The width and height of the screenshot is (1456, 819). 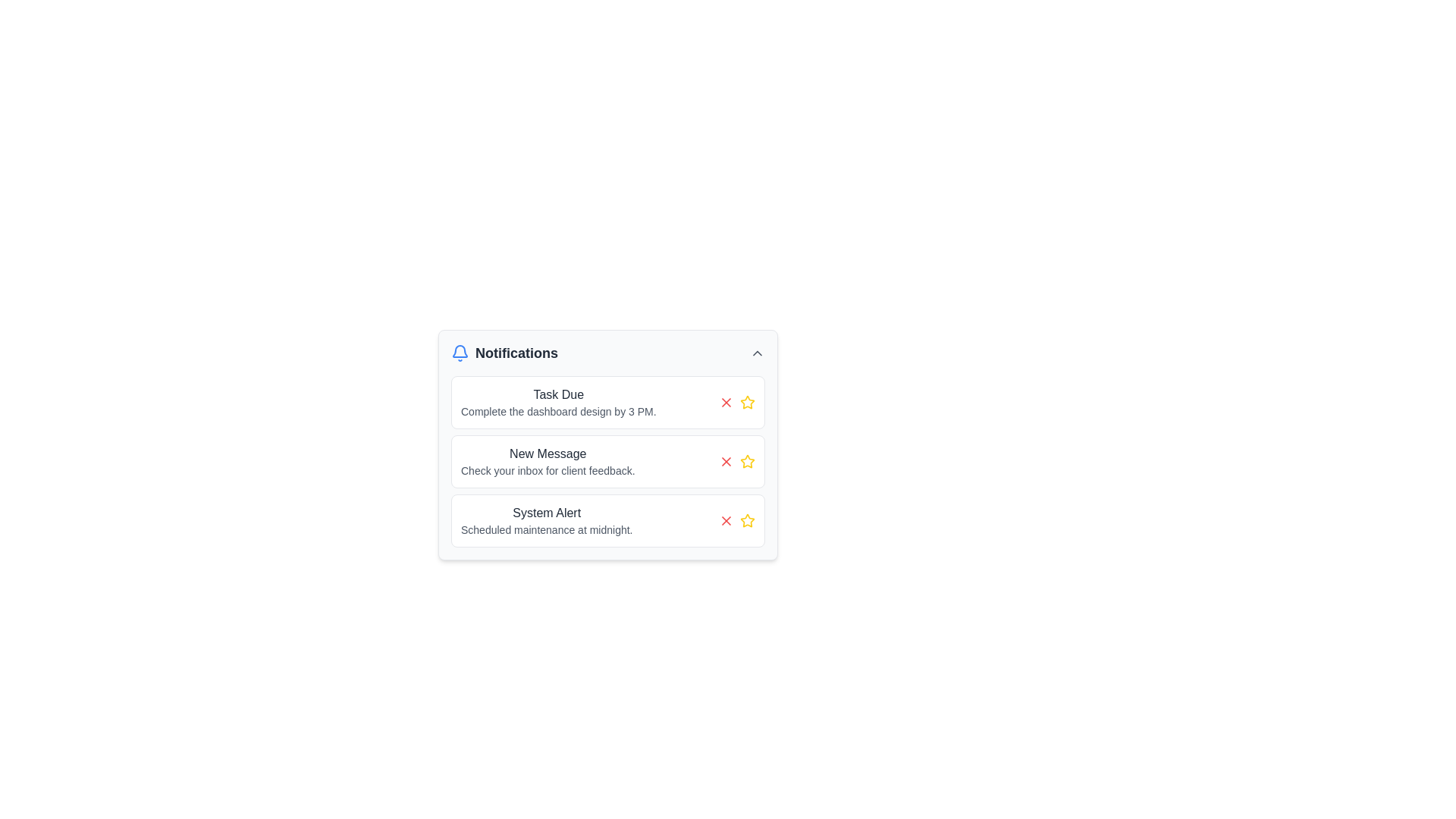 What do you see at coordinates (747, 461) in the screenshot?
I see `the star icon located at the far right of the 'New Message' row in the notification panel` at bounding box center [747, 461].